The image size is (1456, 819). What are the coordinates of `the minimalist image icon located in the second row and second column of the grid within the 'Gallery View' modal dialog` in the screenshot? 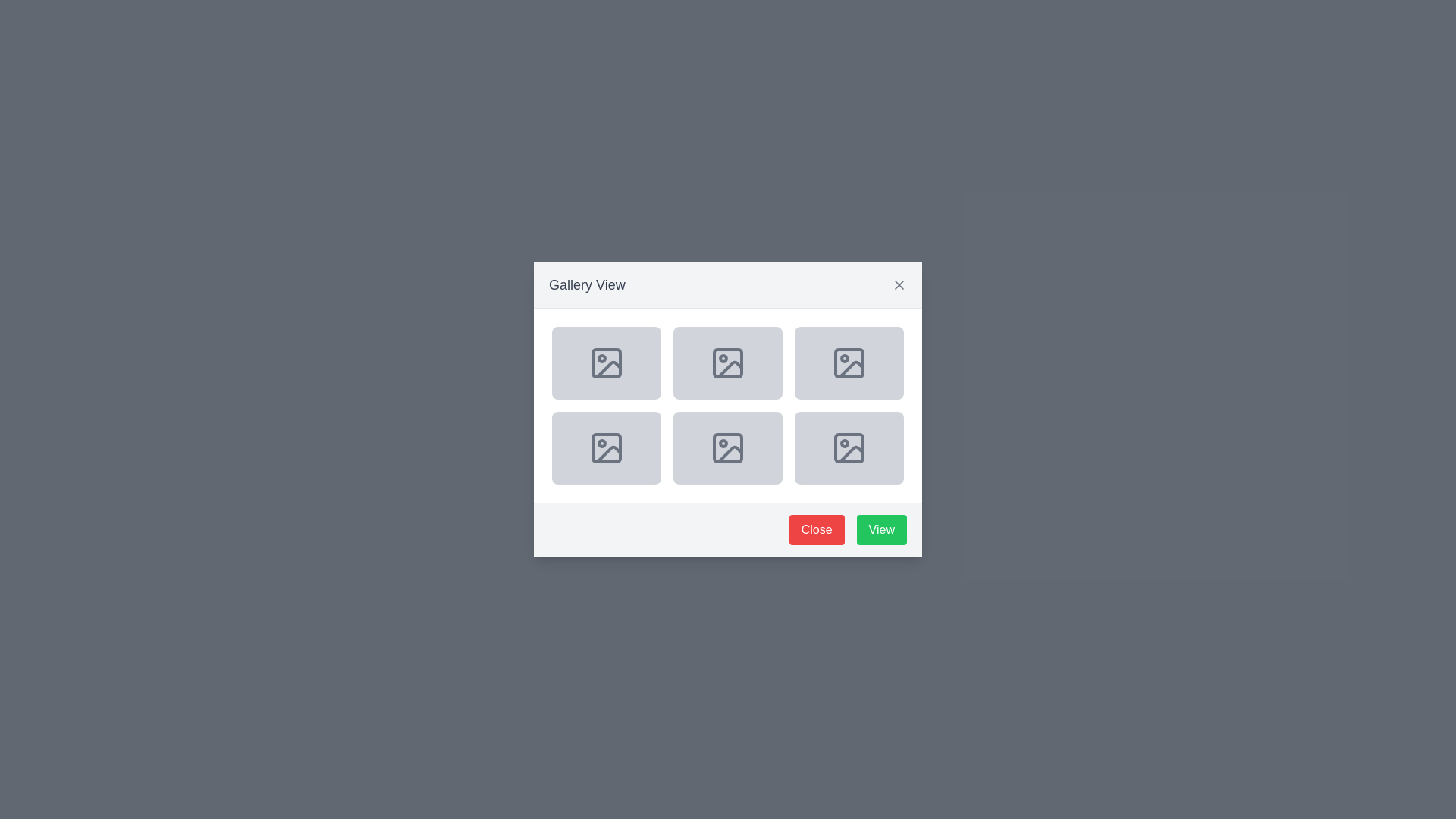 It's located at (728, 362).